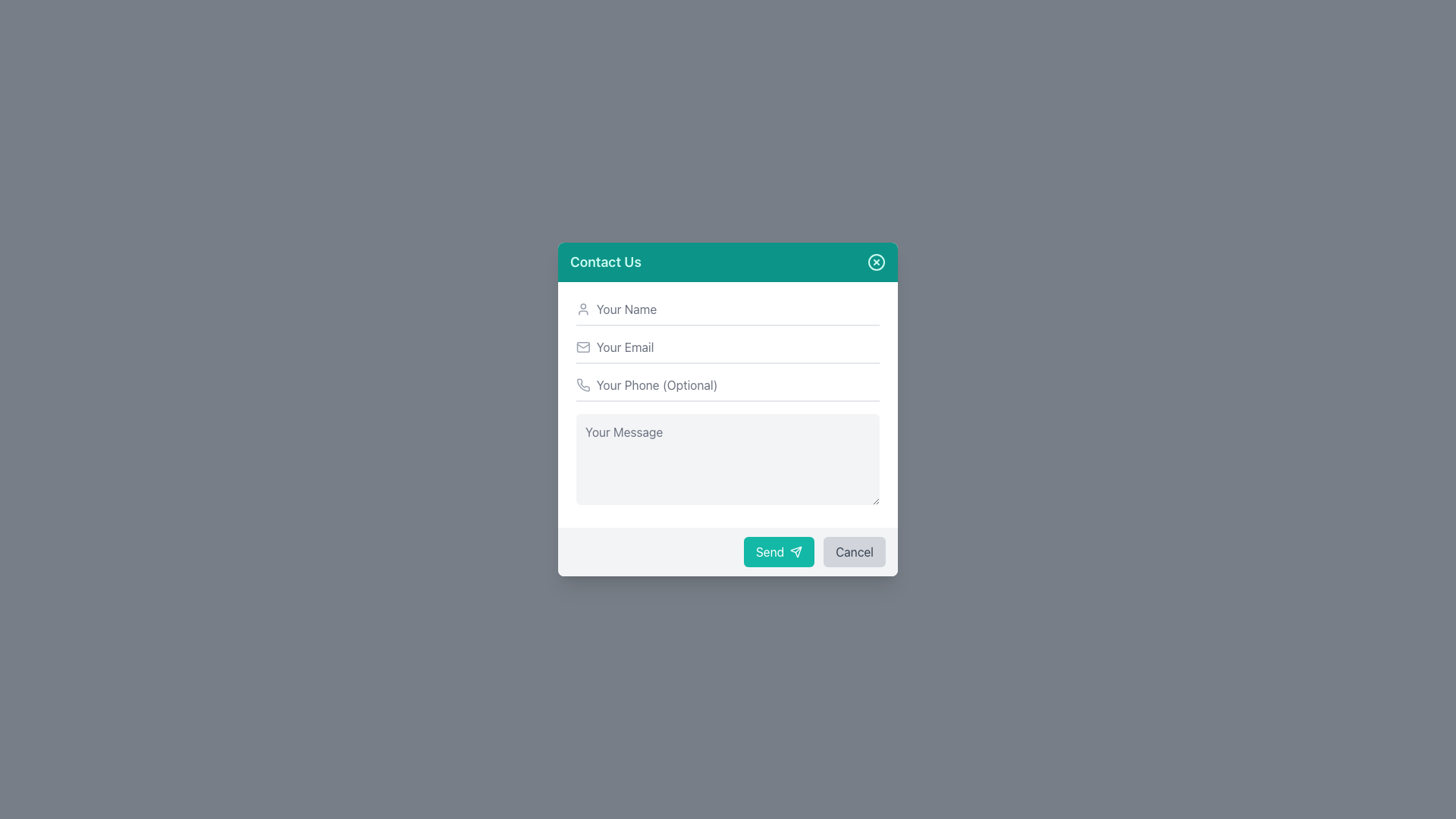  I want to click on the user icon resembling a profile image outline, styled in light gray, which is positioned to the left of the input field labeled 'Your Name', so click(582, 309).